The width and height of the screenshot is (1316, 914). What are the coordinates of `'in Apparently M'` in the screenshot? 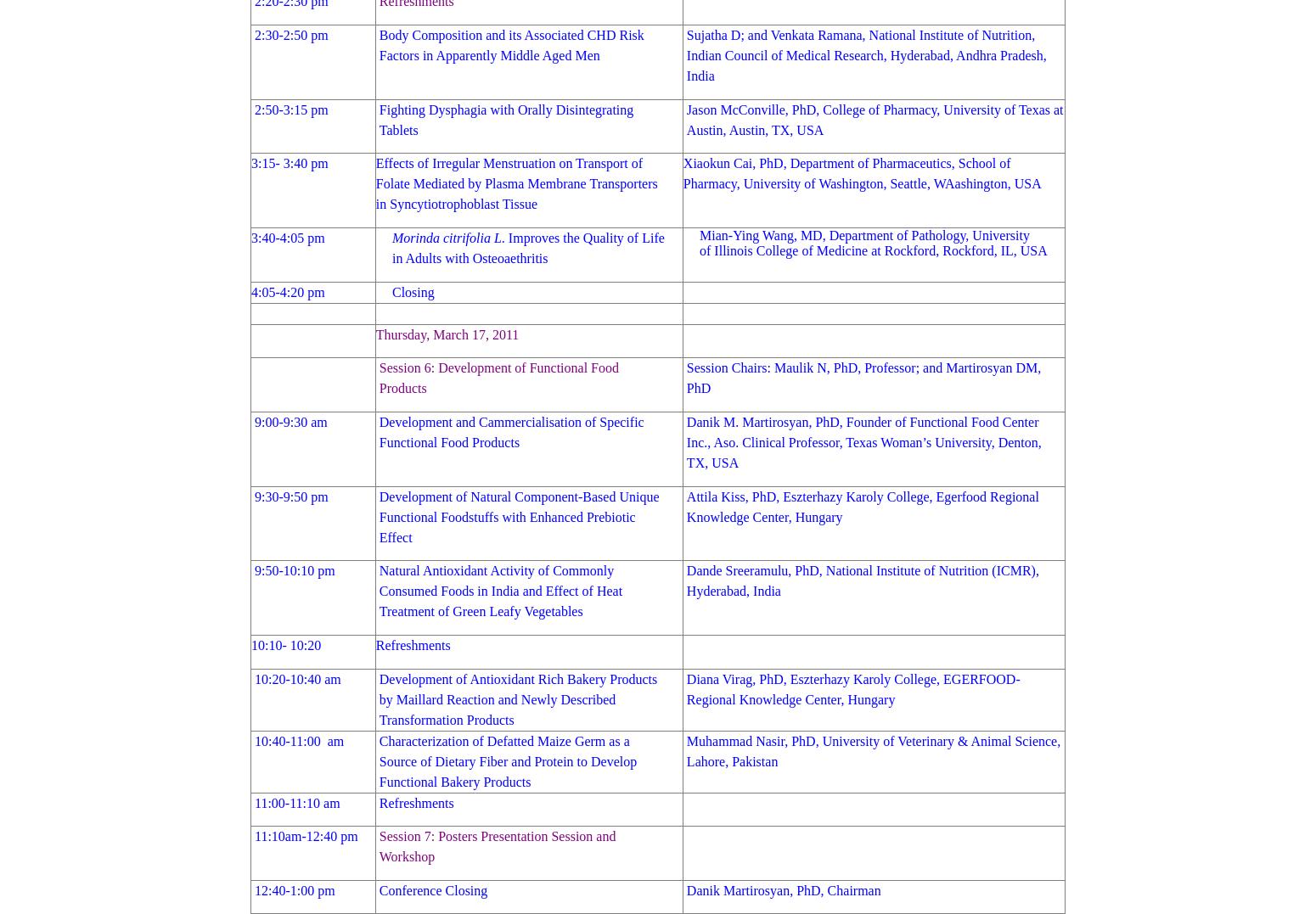 It's located at (464, 54).